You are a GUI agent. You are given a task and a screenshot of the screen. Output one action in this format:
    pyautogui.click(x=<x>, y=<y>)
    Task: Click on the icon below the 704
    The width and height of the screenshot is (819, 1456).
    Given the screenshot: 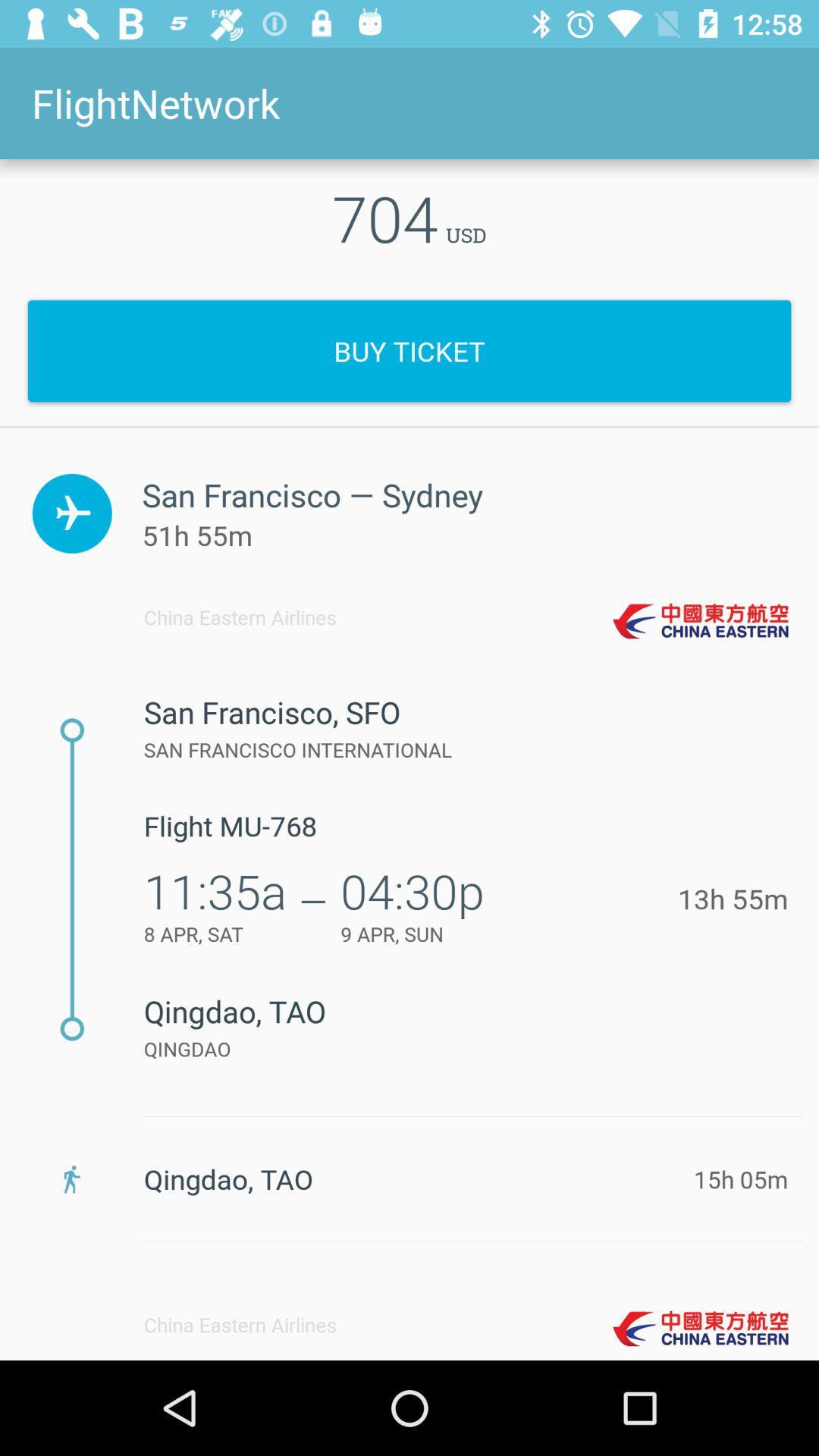 What is the action you would take?
    pyautogui.click(x=409, y=350)
    